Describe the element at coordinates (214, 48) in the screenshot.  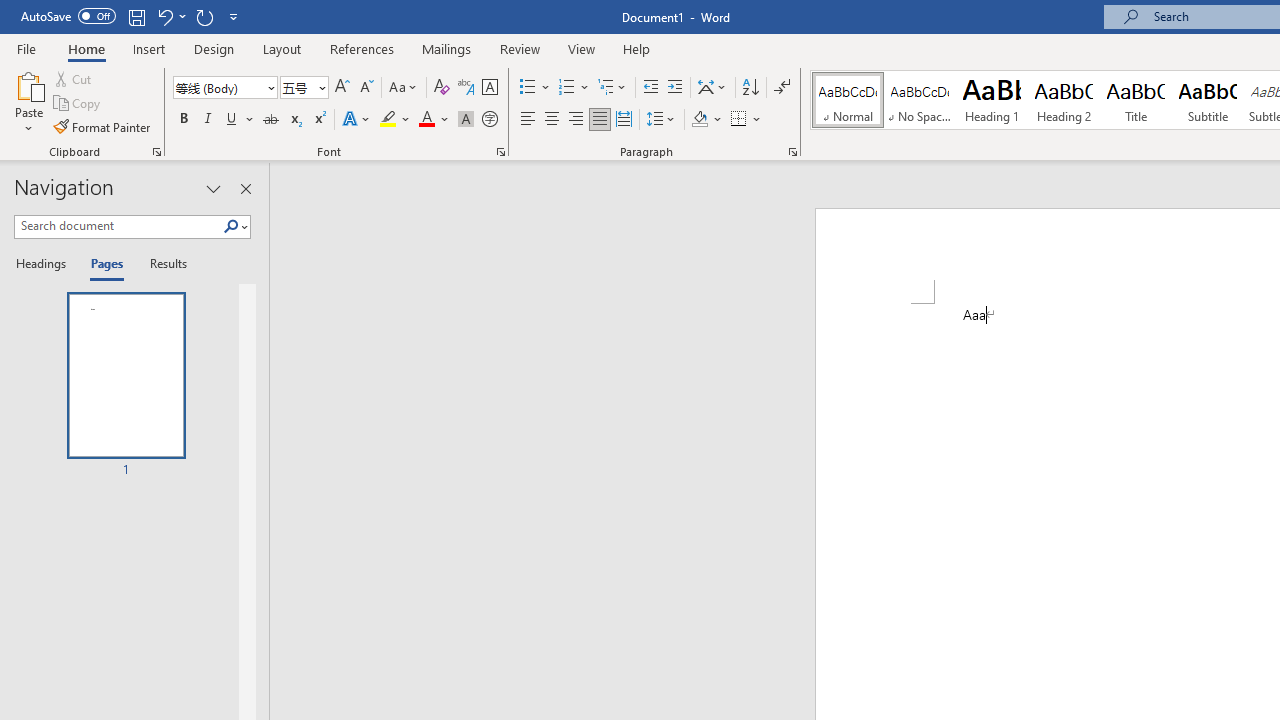
I see `'Design'` at that location.